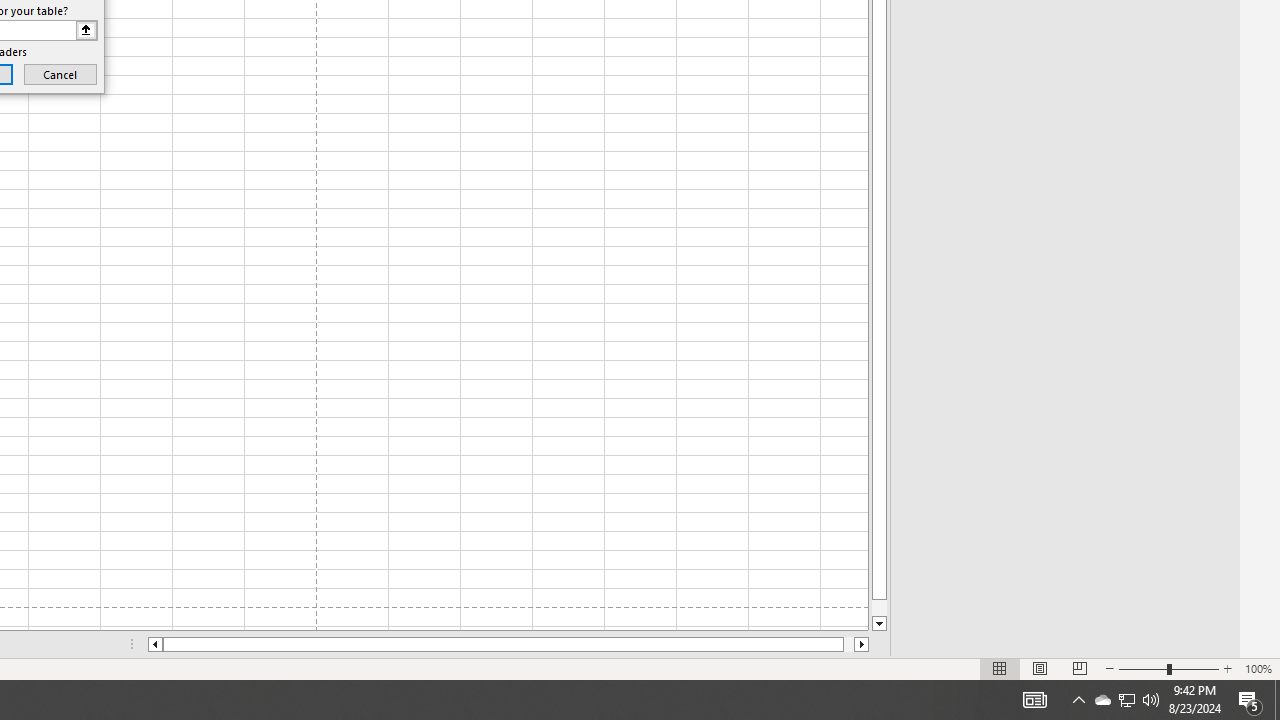 Image resolution: width=1280 pixels, height=720 pixels. I want to click on 'Class: NetUIScrollBar', so click(508, 644).